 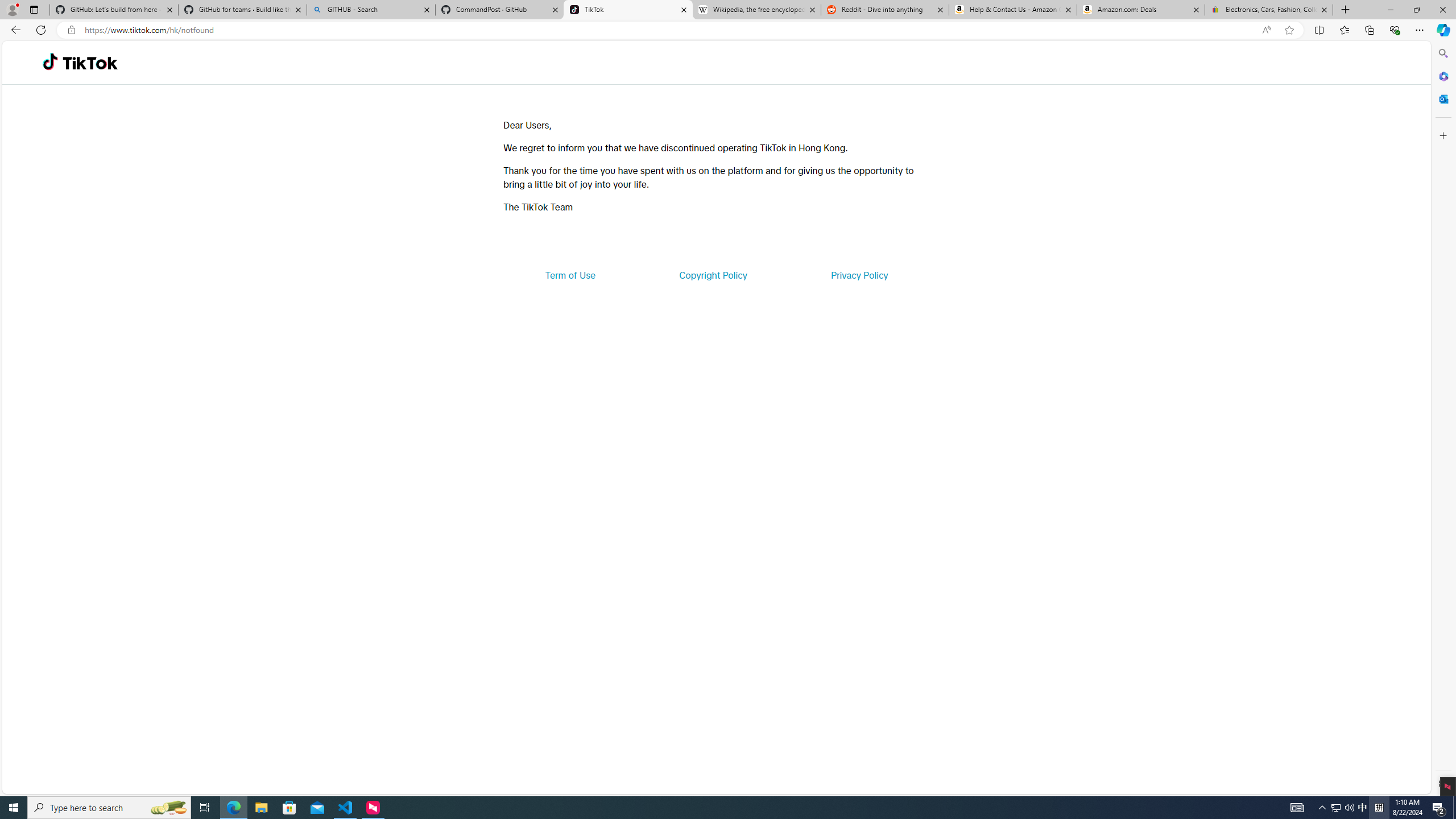 I want to click on 'Electronics, Cars, Fashion, Collectibles & More | eBay', so click(x=1268, y=9).